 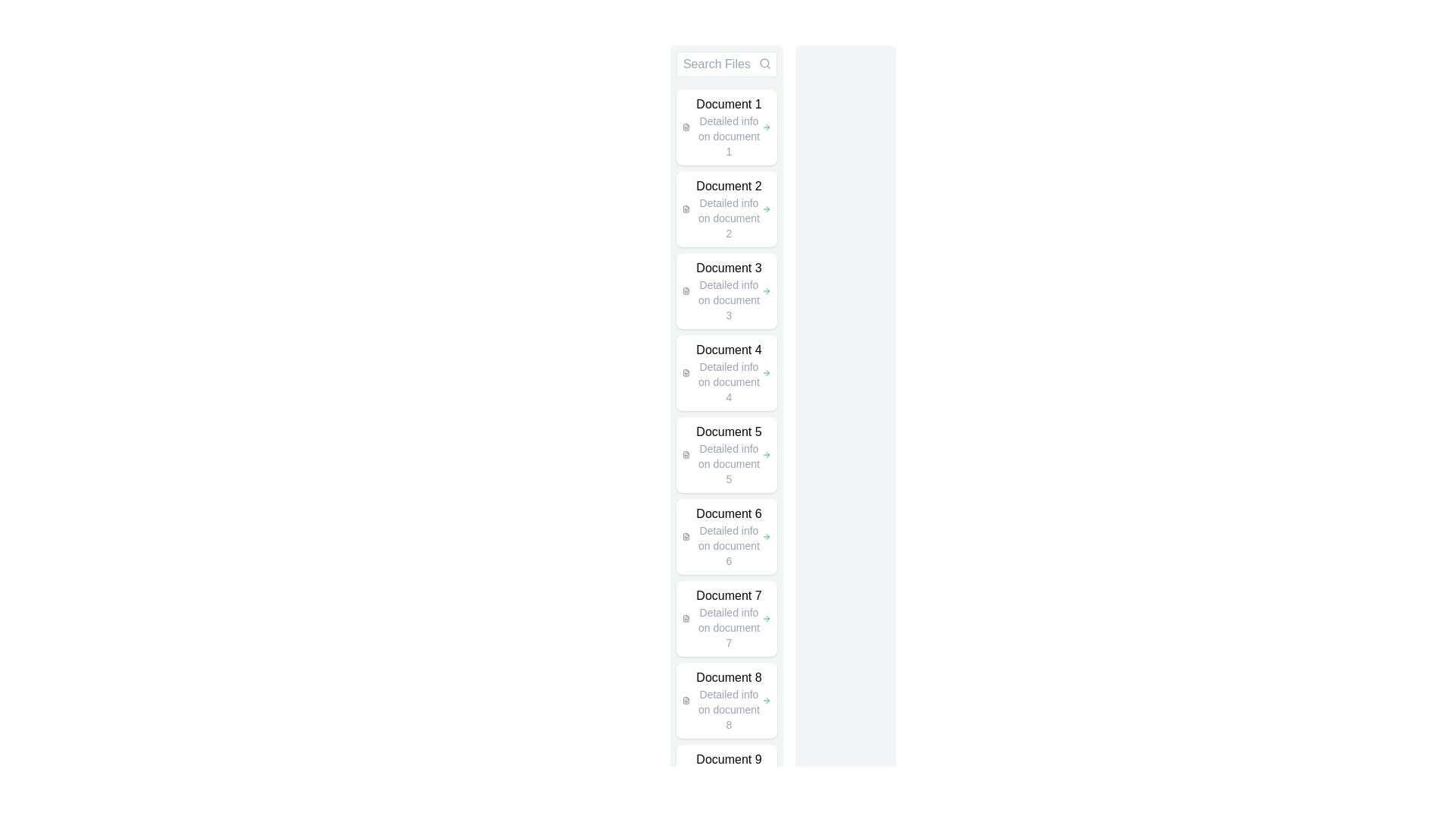 I want to click on the informational text component located below 'Document 5' in the side menu panel, so click(x=729, y=463).